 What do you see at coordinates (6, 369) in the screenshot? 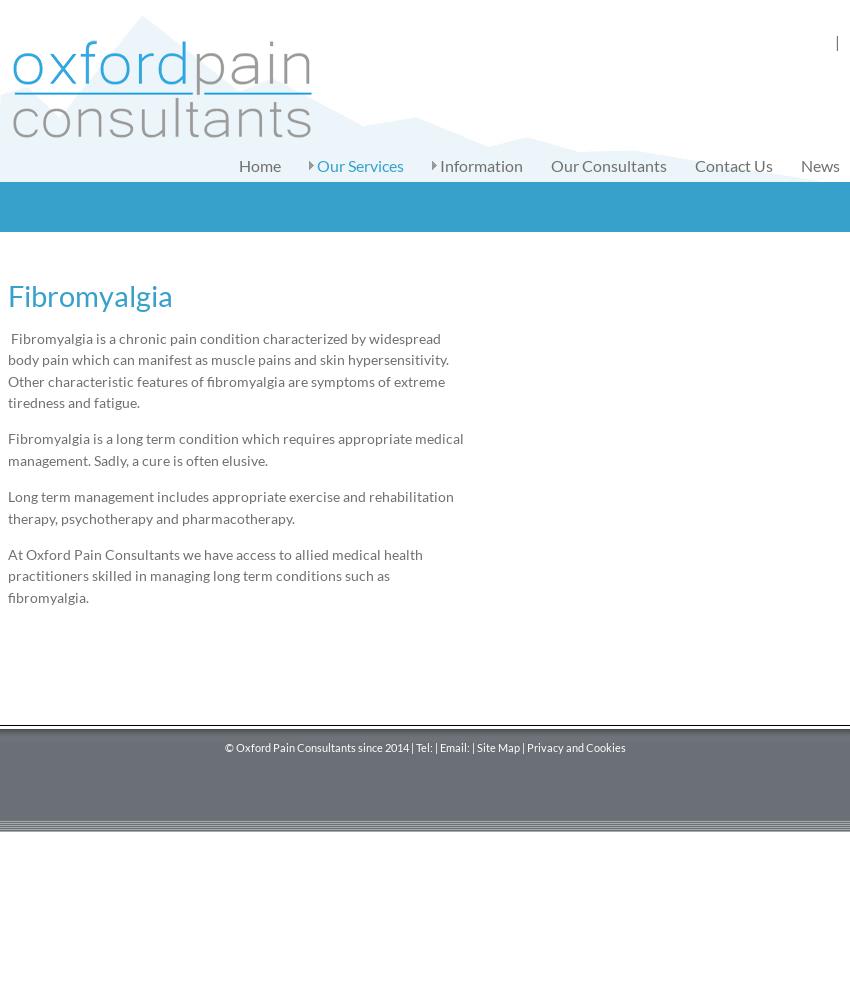
I see `'Fibromyalgia is a chronic pain condition characterized by widespread body pain which can manifest as muscle pains and skin hypersensitivity. Other characteristic features of fibromyalgia are symptoms of extreme tiredness and fatigue.'` at bounding box center [6, 369].